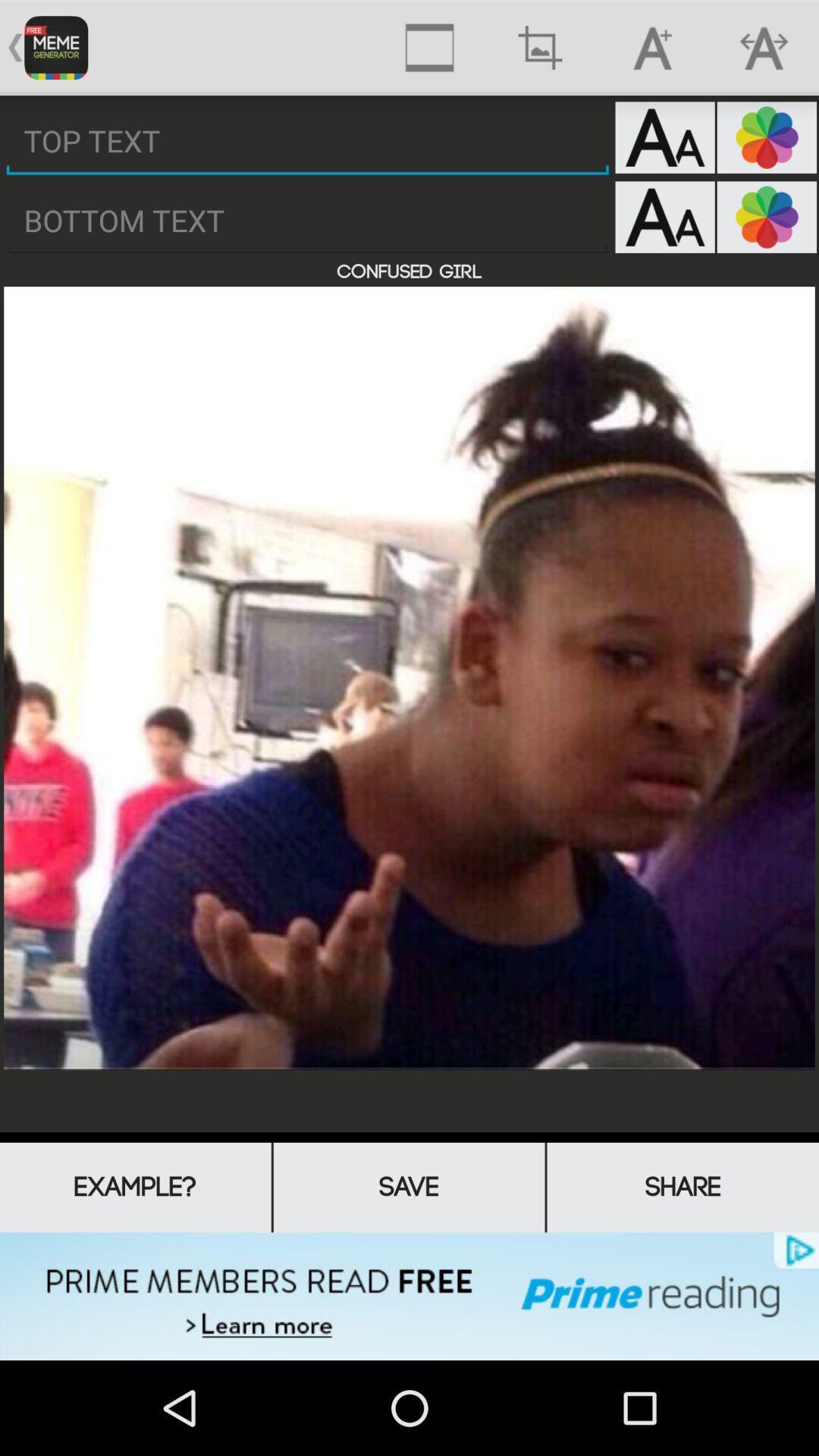 The image size is (819, 1456). I want to click on enter text, so click(307, 220).